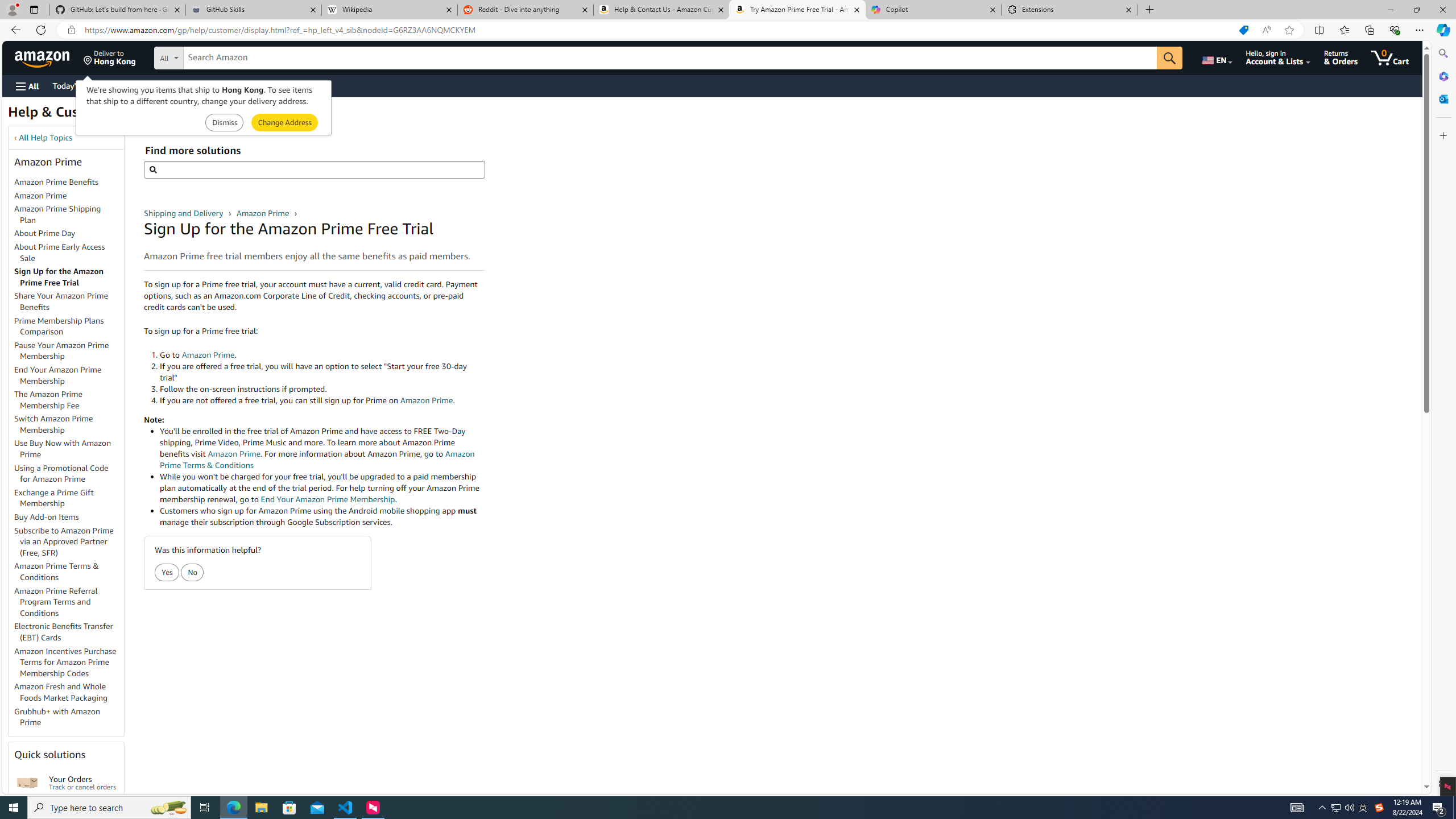  Describe the element at coordinates (109, 57) in the screenshot. I see `'Deliver to Hong Kong'` at that location.